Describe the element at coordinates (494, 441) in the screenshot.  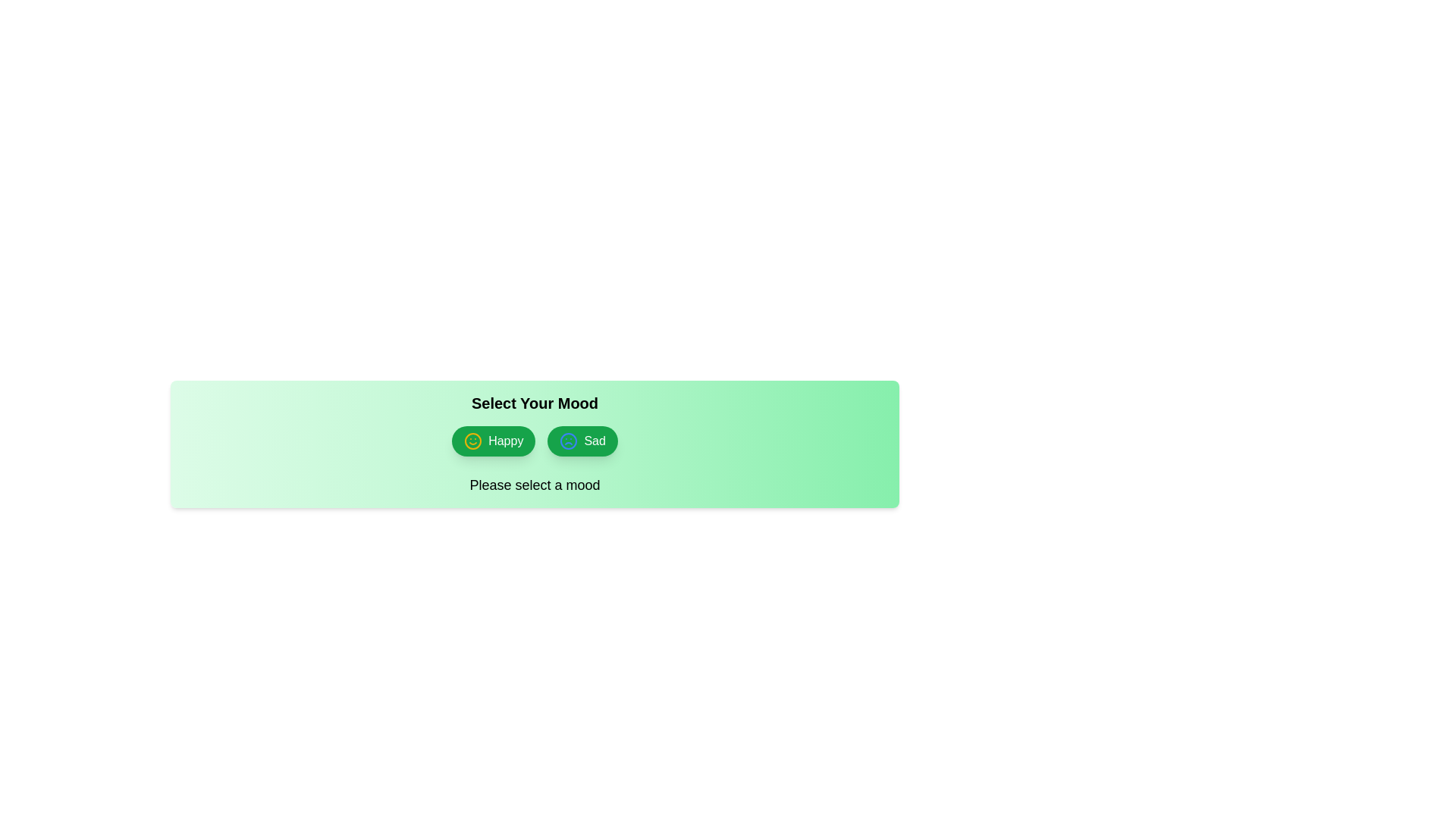
I see `the mood button corresponding to Happy` at that location.